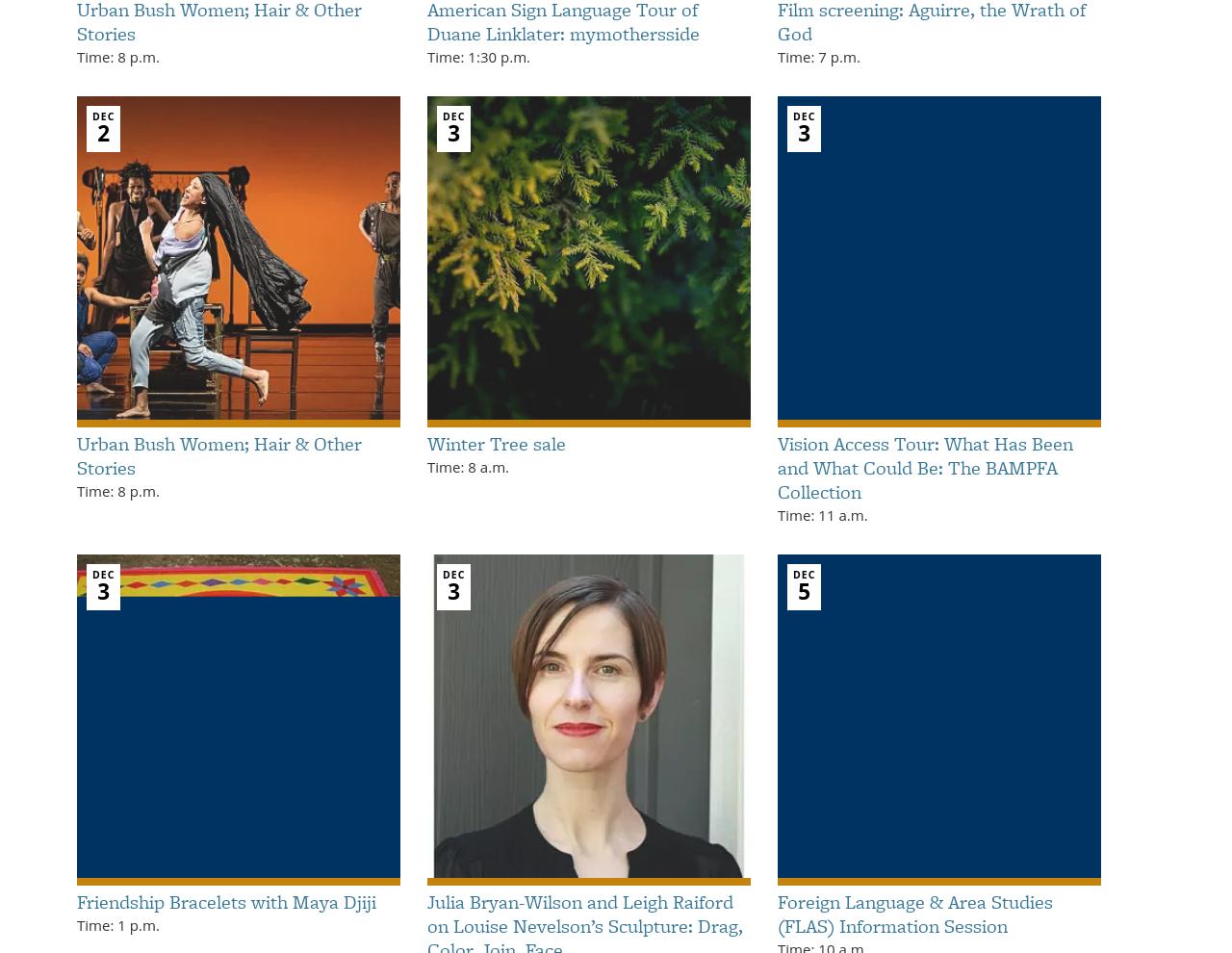 Image resolution: width=1232 pixels, height=953 pixels. I want to click on 'Foreign Language & Area Studies (FLAS) Information Session', so click(777, 913).